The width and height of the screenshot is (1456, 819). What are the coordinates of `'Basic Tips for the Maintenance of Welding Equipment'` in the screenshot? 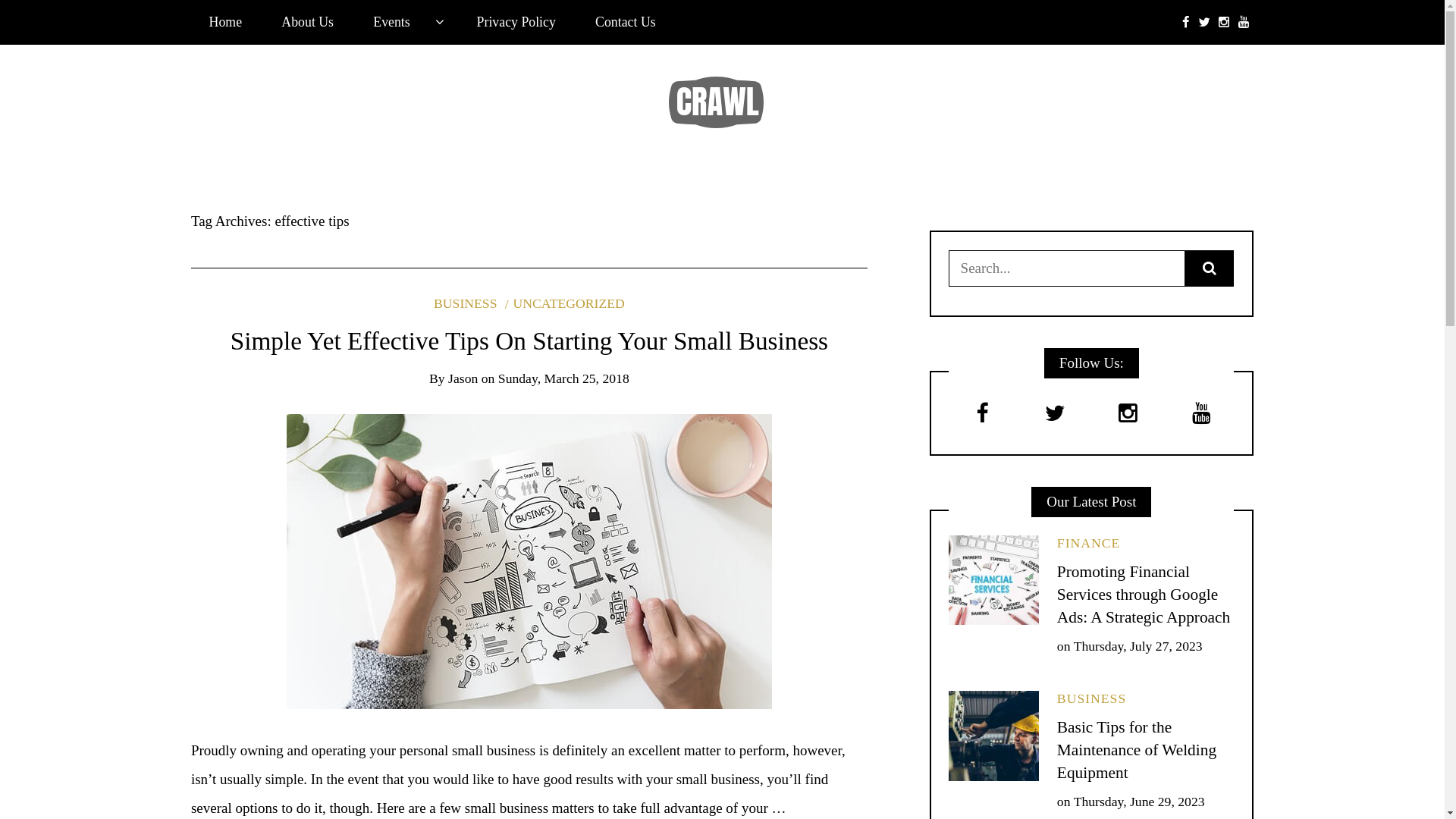 It's located at (1136, 748).